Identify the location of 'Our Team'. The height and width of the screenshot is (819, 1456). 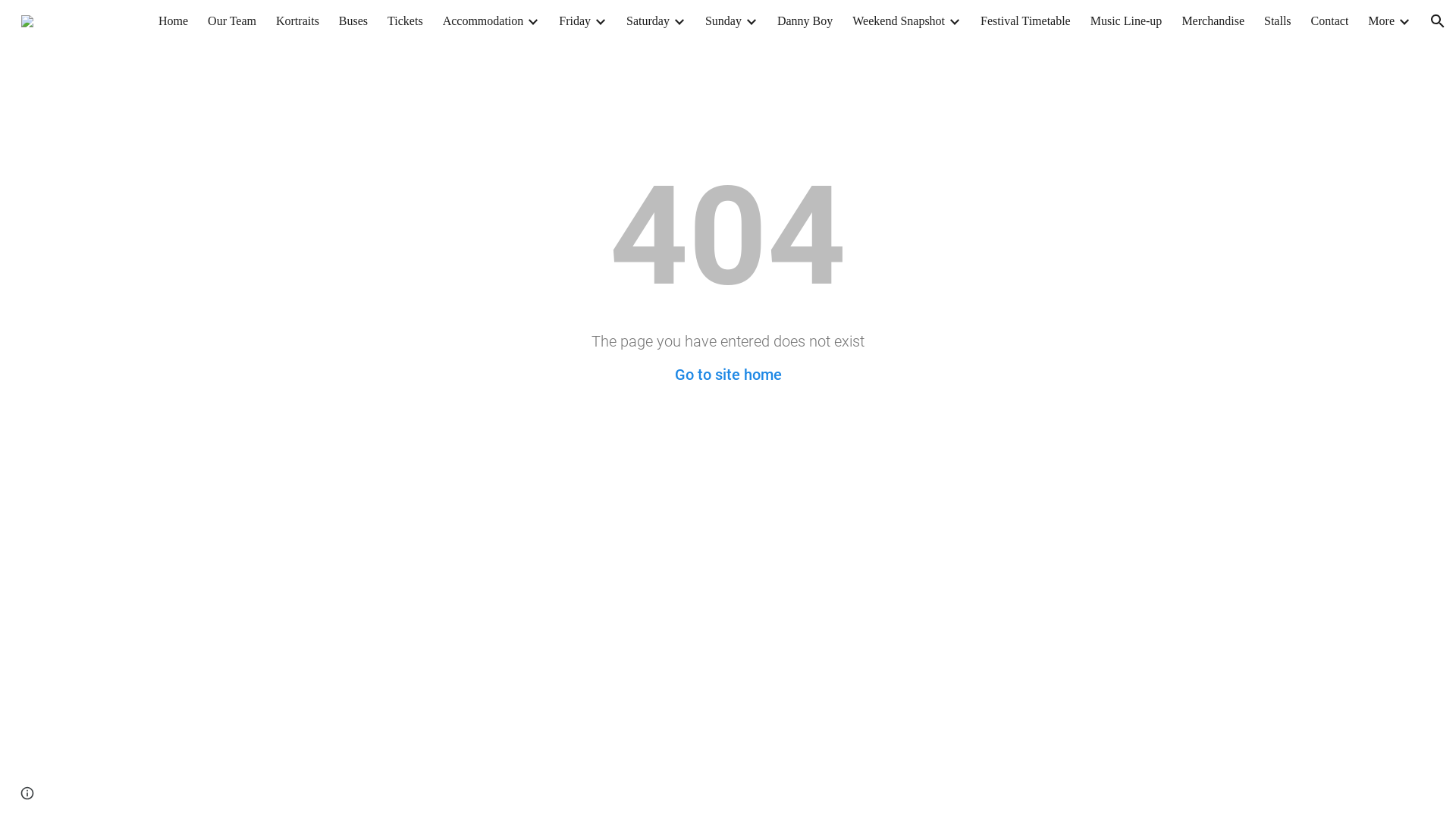
(231, 20).